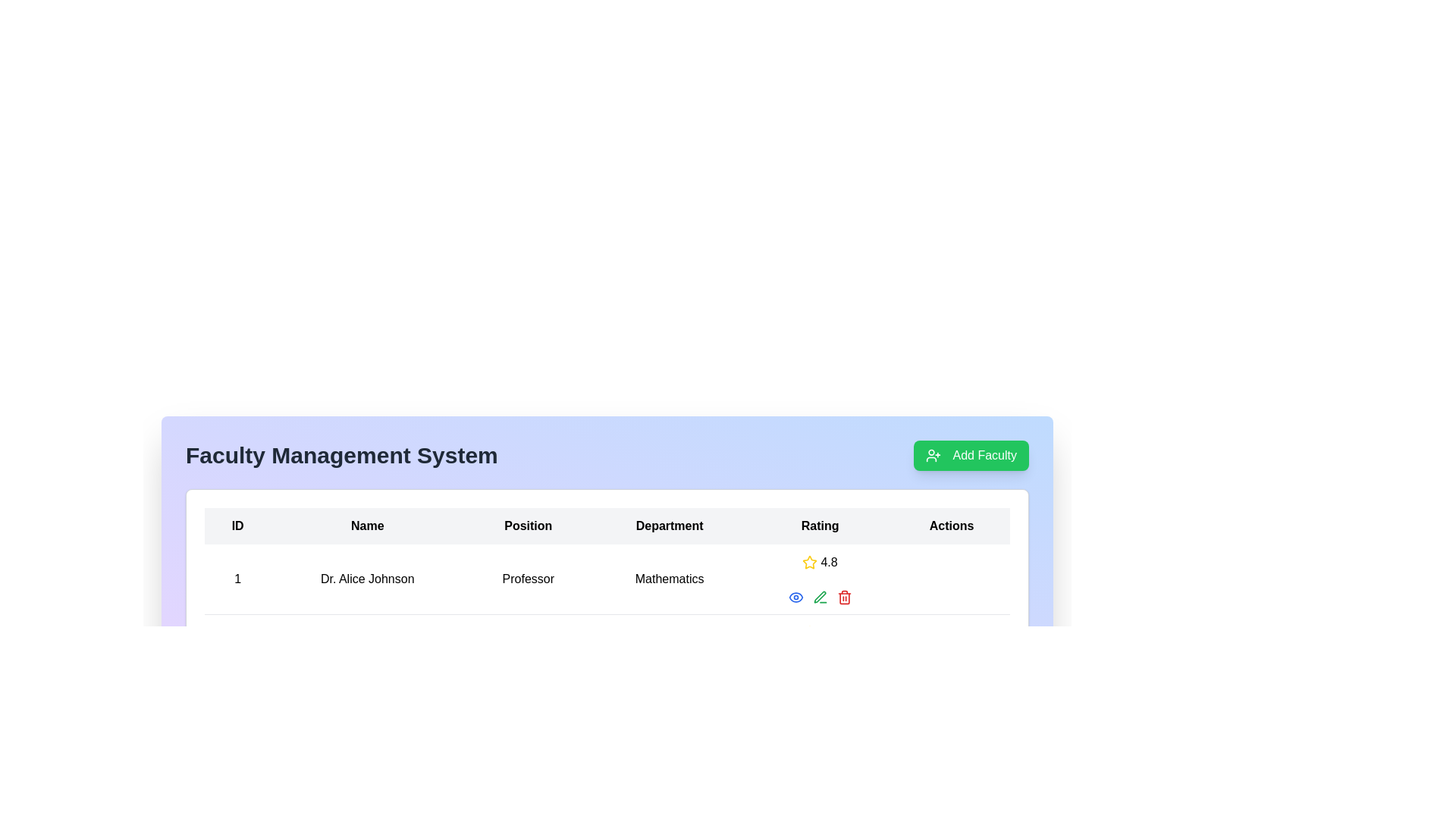 The width and height of the screenshot is (1456, 819). What do you see at coordinates (367, 526) in the screenshot?
I see `the text of the 'Name' column header in the table, which is the second column header located between 'ID' and 'Position'` at bounding box center [367, 526].